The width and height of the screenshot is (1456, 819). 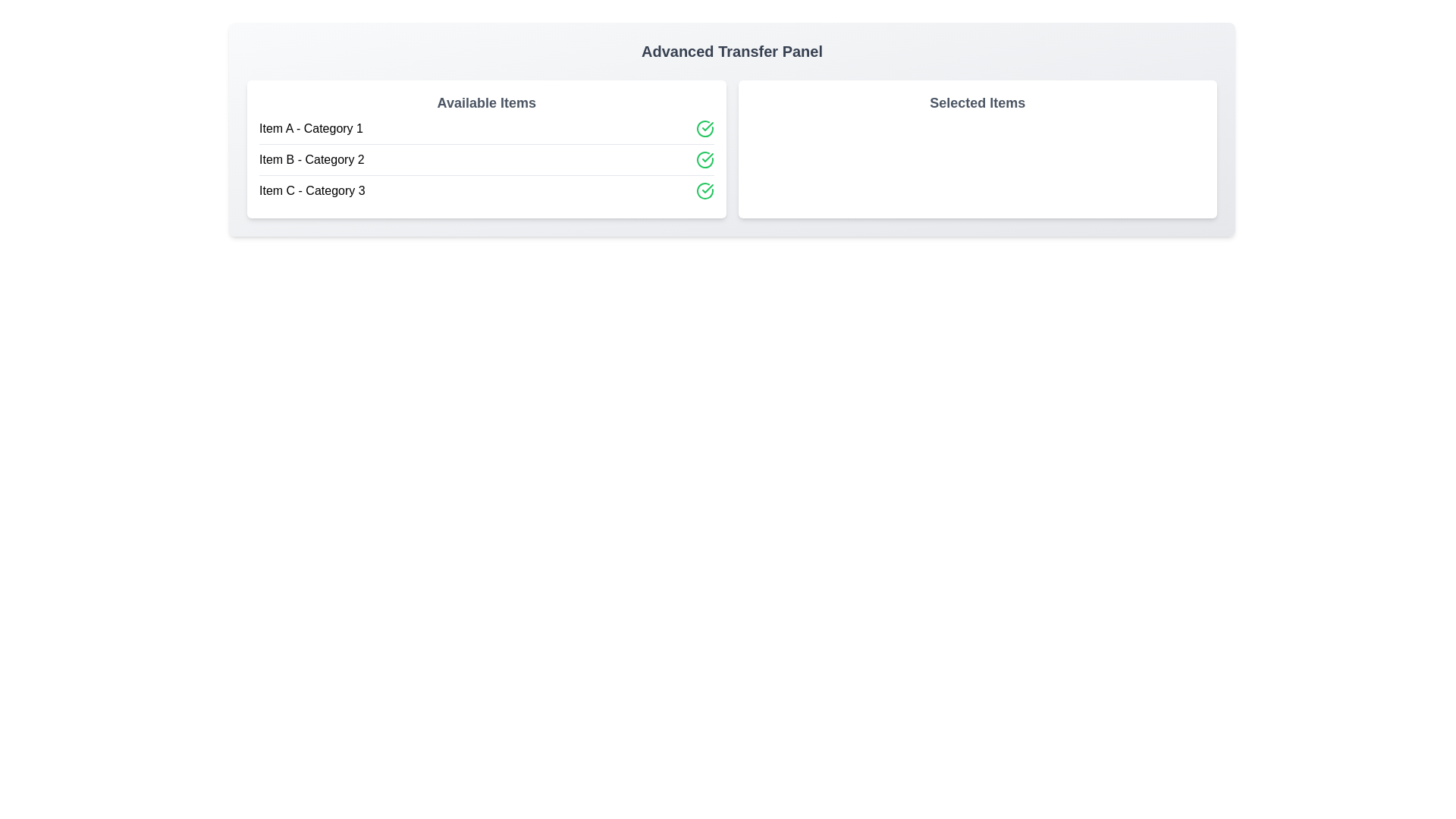 I want to click on the marker icon located to the far right of the row in the 'Item B - Category 2' group under 'Available Items', so click(x=704, y=160).